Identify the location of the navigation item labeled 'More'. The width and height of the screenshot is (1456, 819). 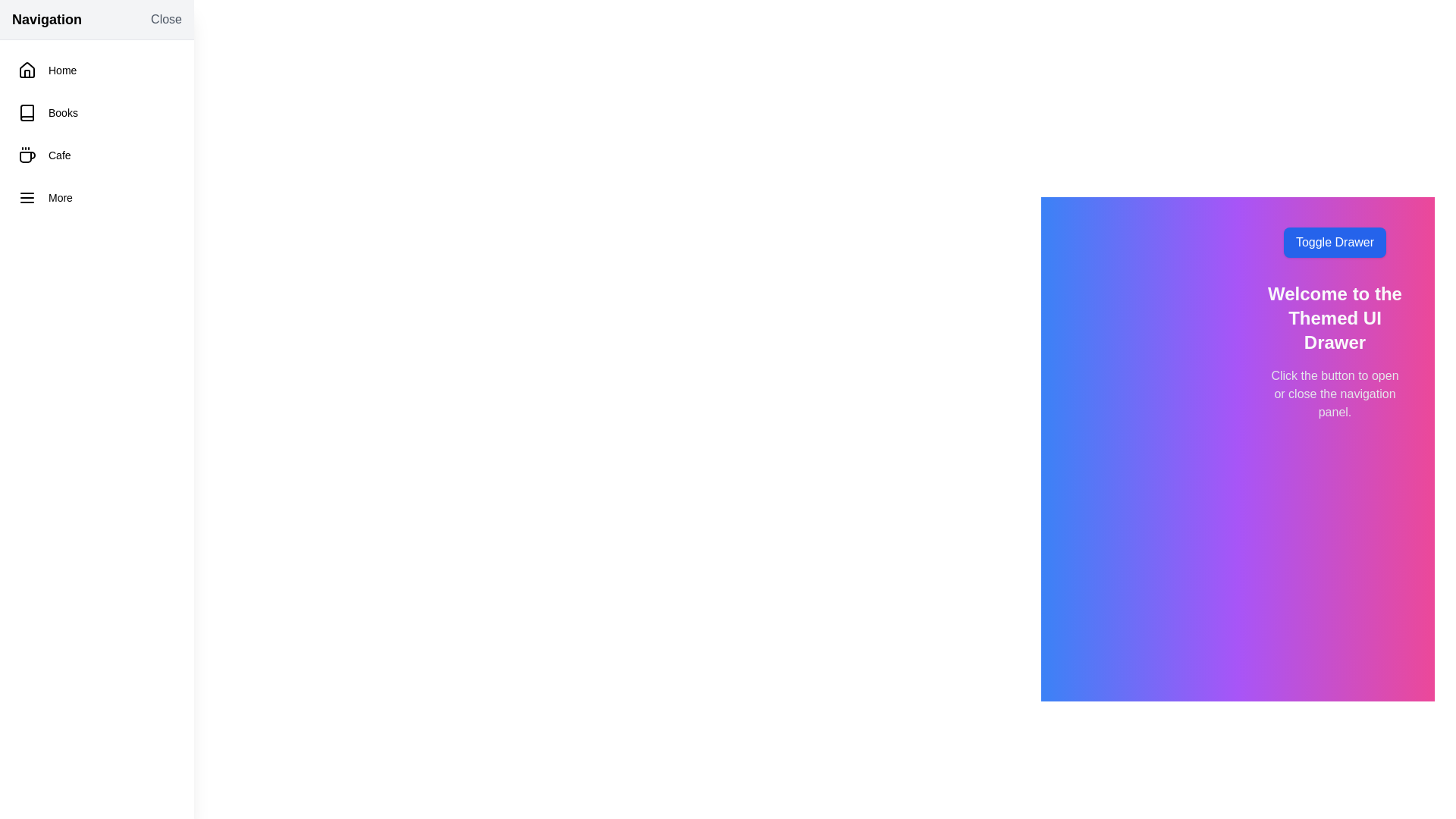
(96, 197).